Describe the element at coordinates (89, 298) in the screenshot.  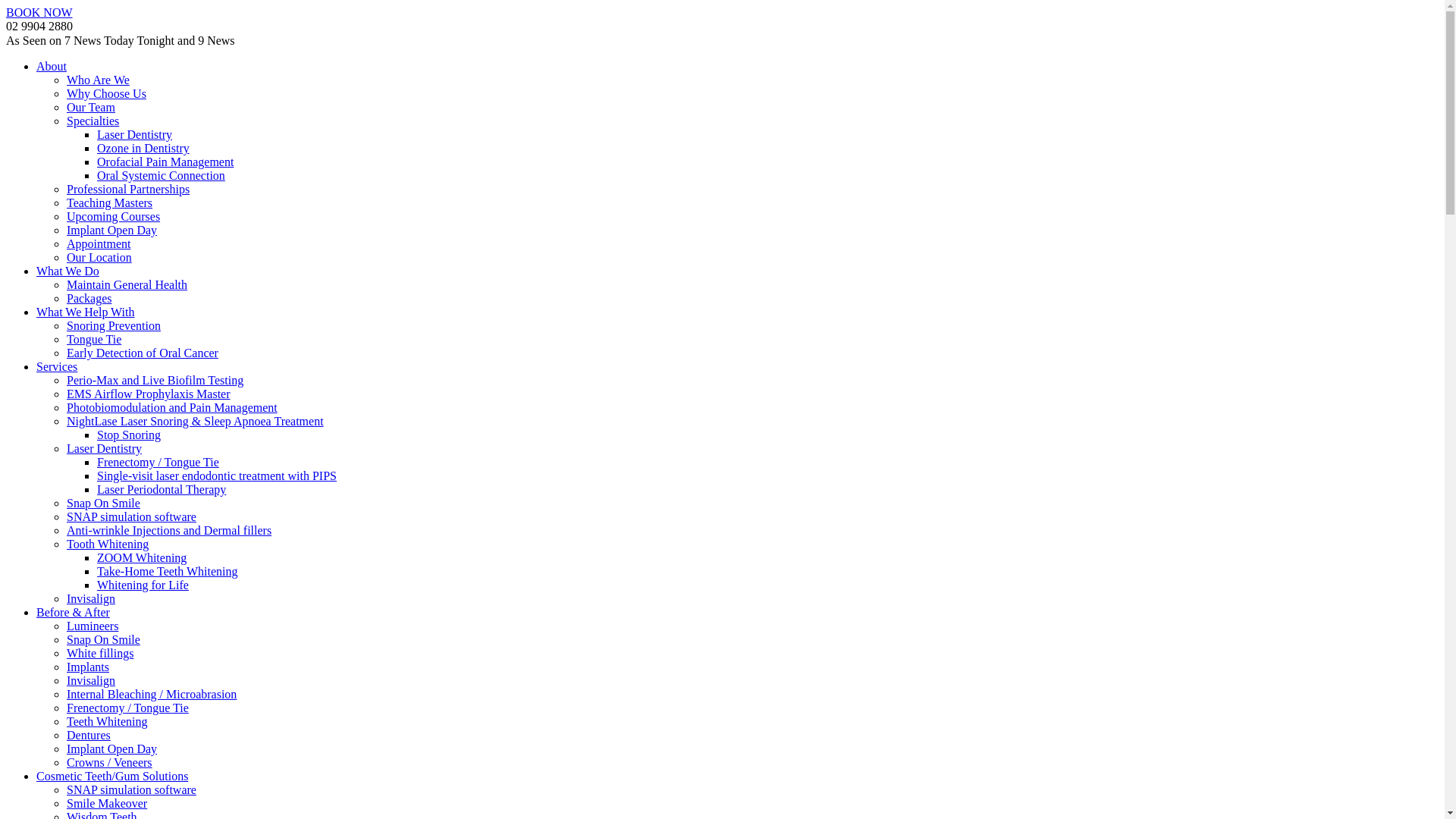
I see `'Packages'` at that location.